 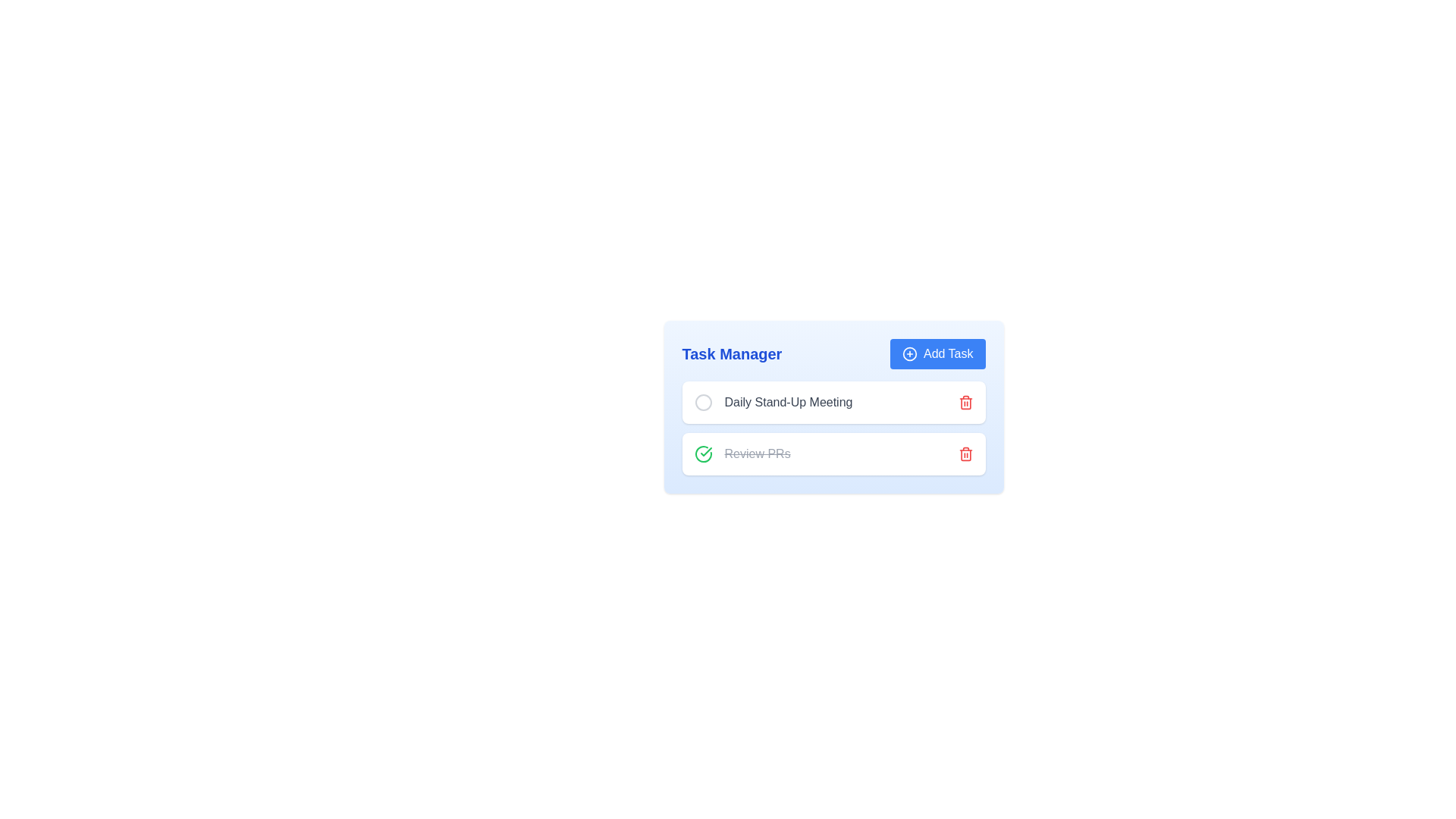 I want to click on the visual state of the checkmark icon inside the circular SVG element, located to the left of the 'Review PRs' text in the task list, which is the second item in the list of tasks, so click(x=705, y=451).